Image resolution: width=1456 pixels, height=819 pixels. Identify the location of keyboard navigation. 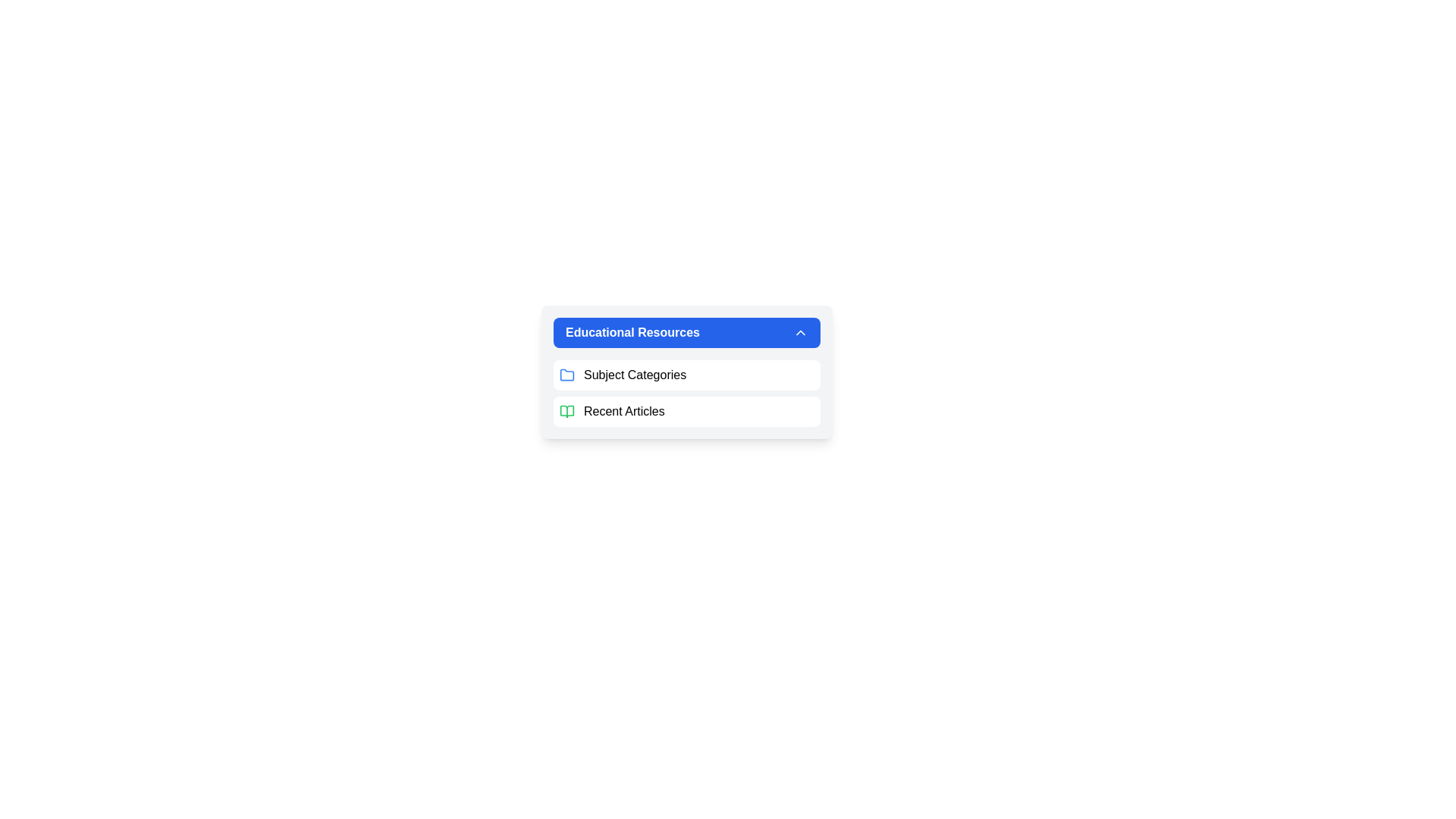
(686, 332).